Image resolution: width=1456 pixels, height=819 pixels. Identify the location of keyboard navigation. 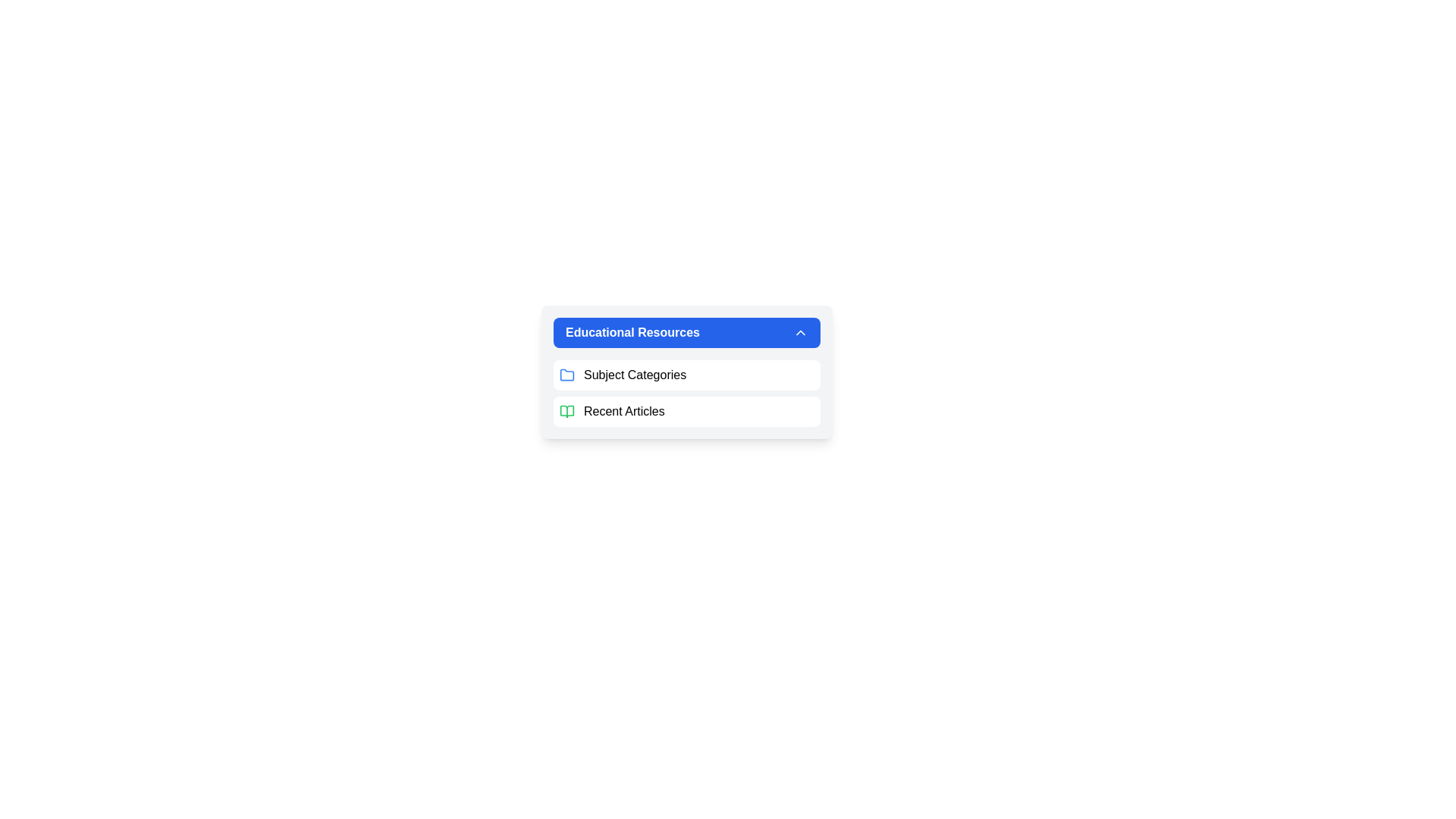
(686, 332).